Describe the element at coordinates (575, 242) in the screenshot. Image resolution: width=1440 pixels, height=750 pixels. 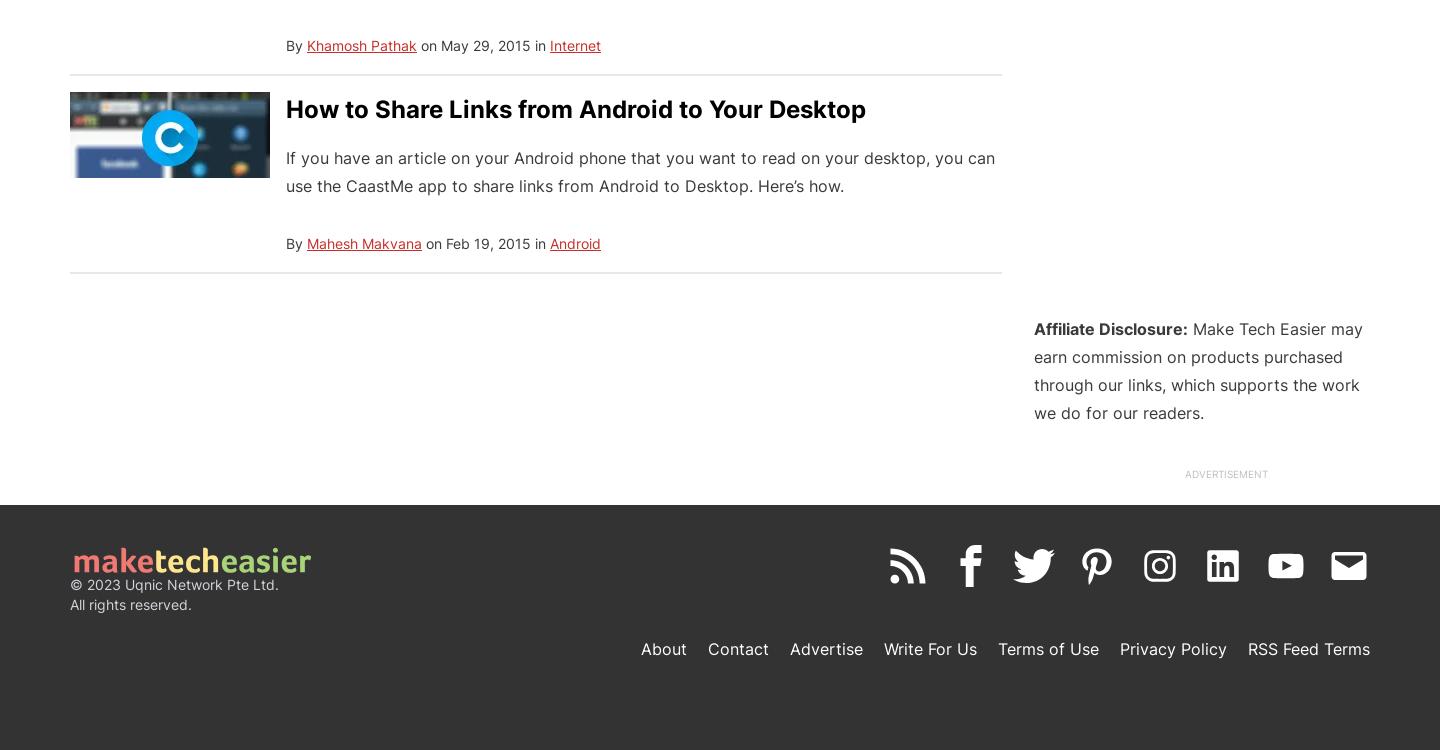
I see `'Android'` at that location.